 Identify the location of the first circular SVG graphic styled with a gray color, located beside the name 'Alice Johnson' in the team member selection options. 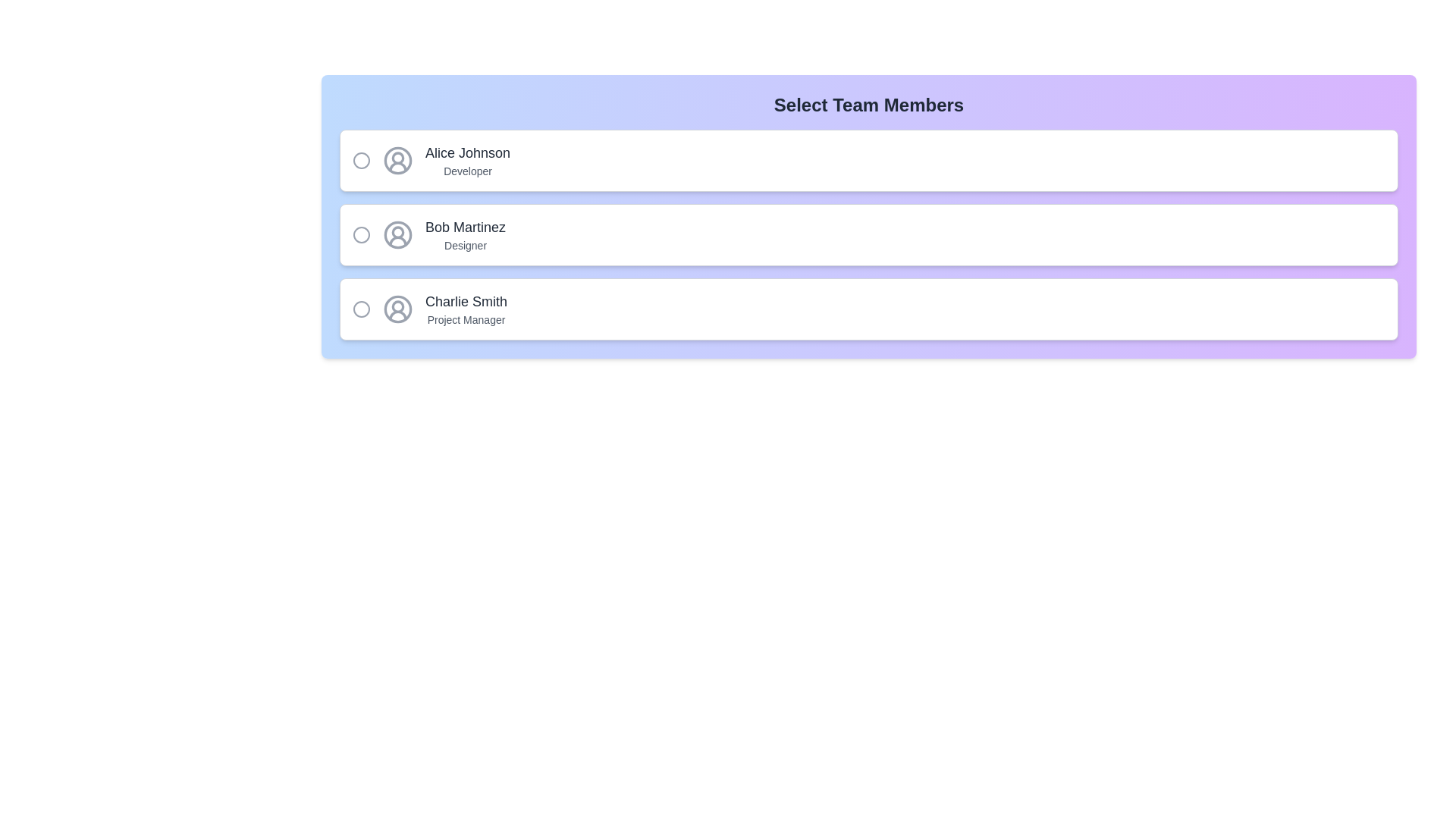
(360, 161).